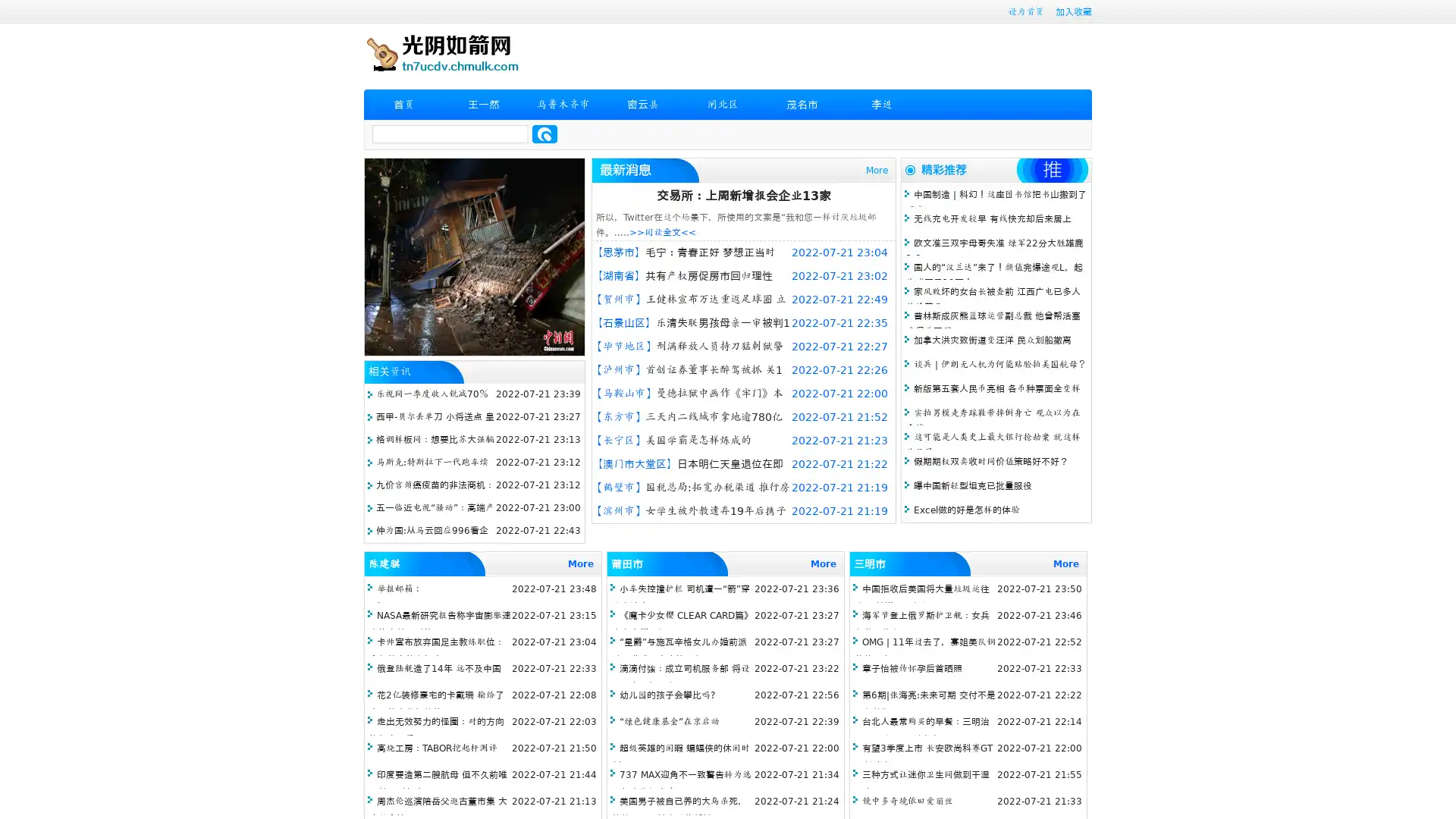 This screenshot has height=819, width=1456. I want to click on Search, so click(544, 133).